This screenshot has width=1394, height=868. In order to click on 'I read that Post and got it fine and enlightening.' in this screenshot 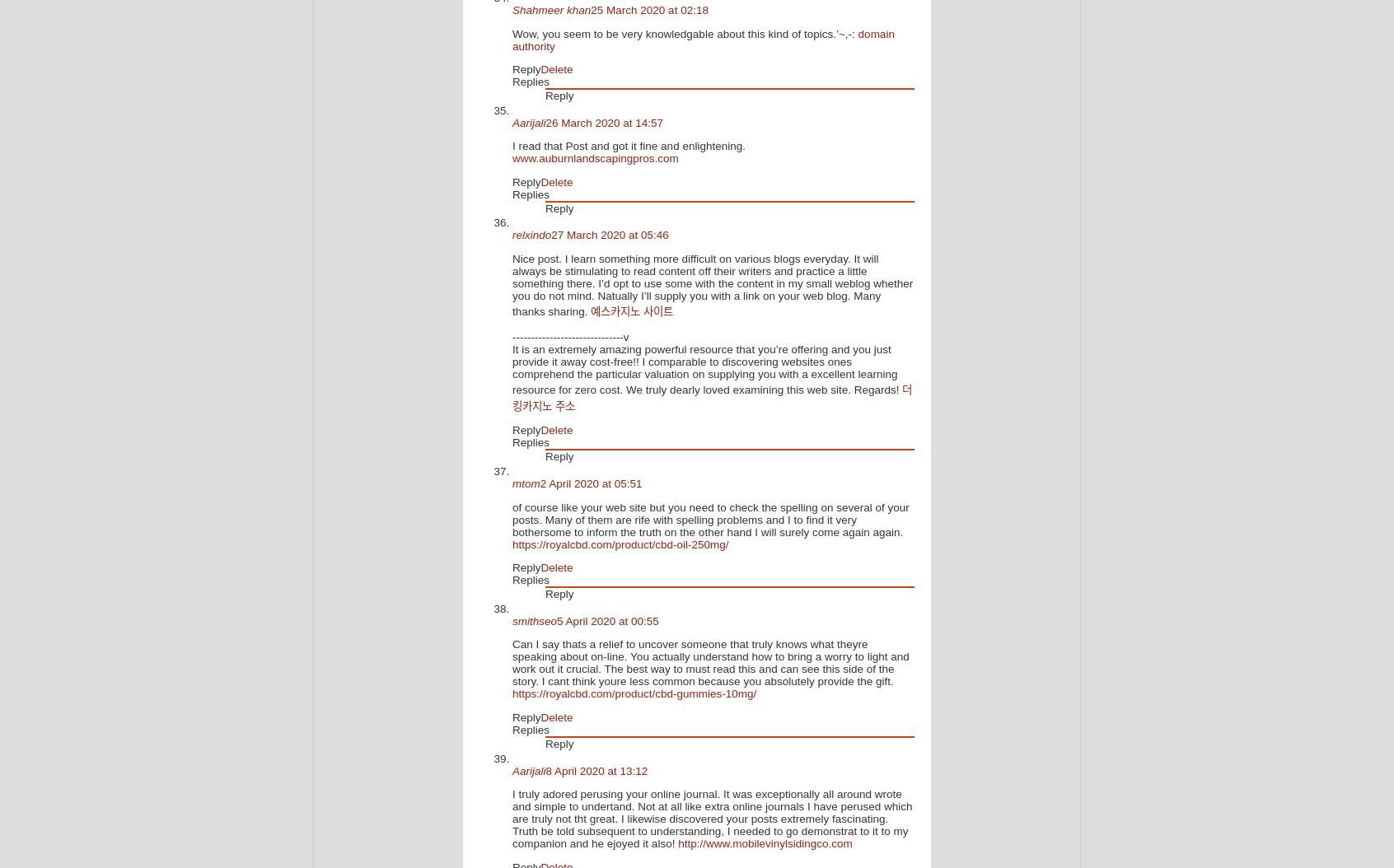, I will do `click(627, 145)`.